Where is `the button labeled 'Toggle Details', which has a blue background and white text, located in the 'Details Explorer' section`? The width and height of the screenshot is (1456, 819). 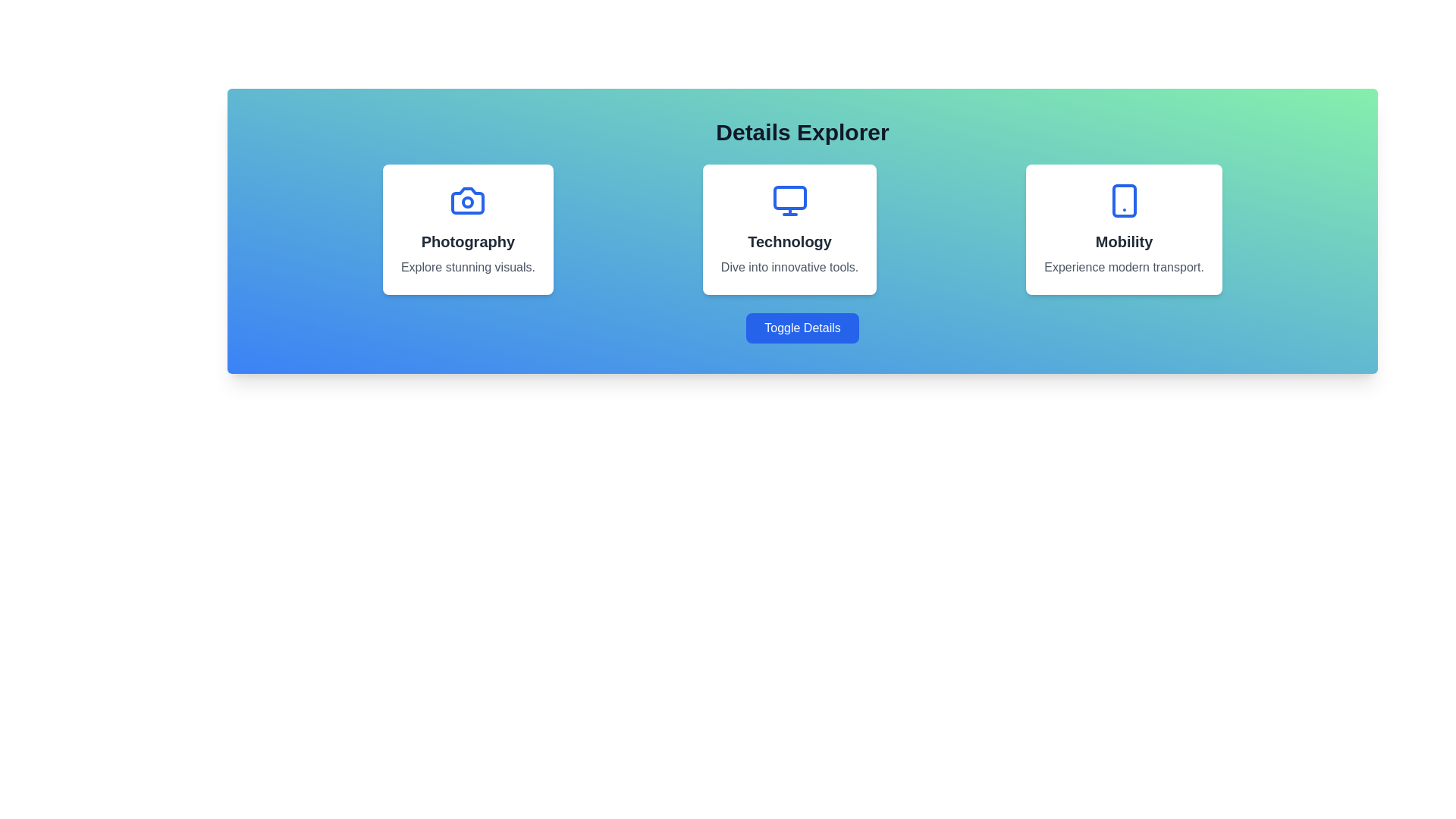
the button labeled 'Toggle Details', which has a blue background and white text, located in the 'Details Explorer' section is located at coordinates (802, 327).